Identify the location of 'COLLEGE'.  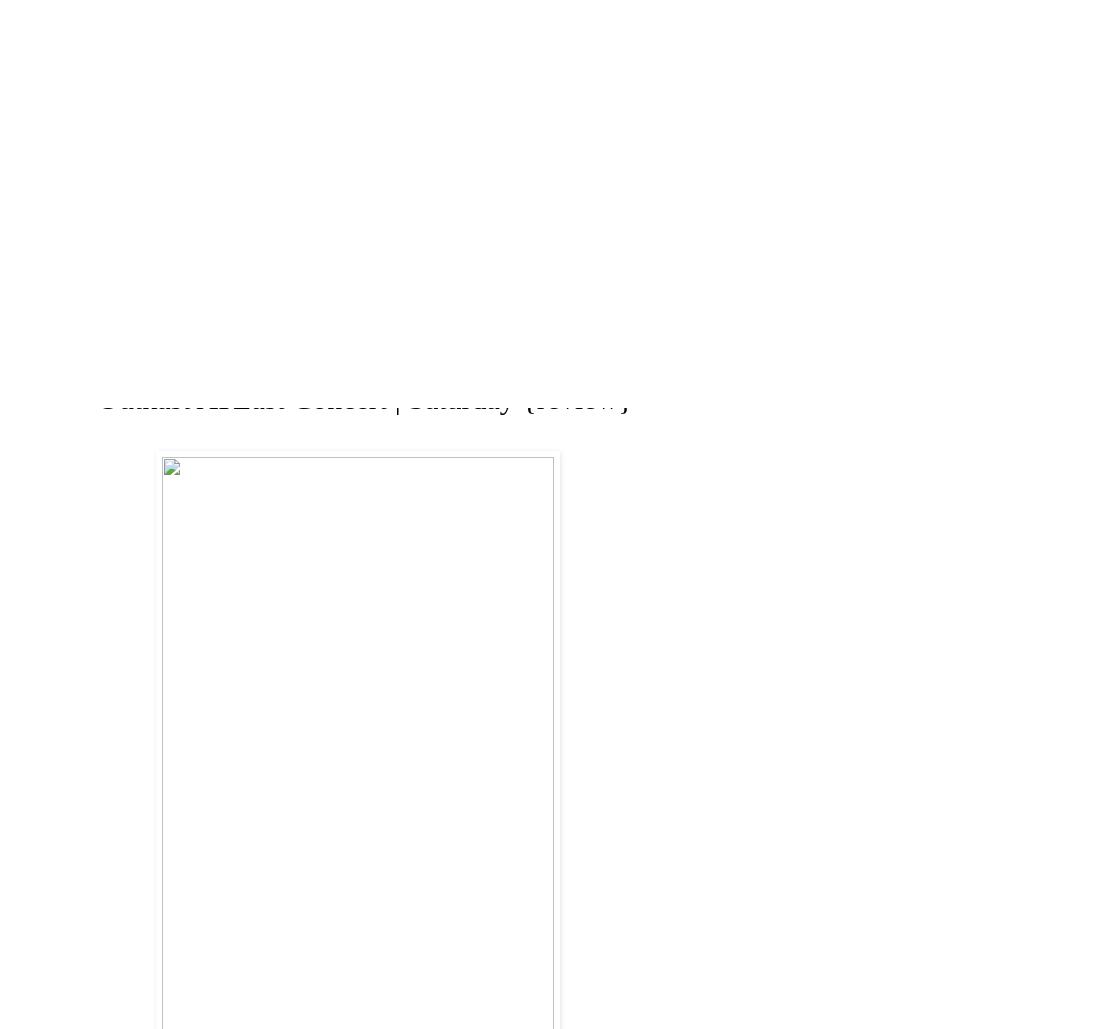
(535, 280).